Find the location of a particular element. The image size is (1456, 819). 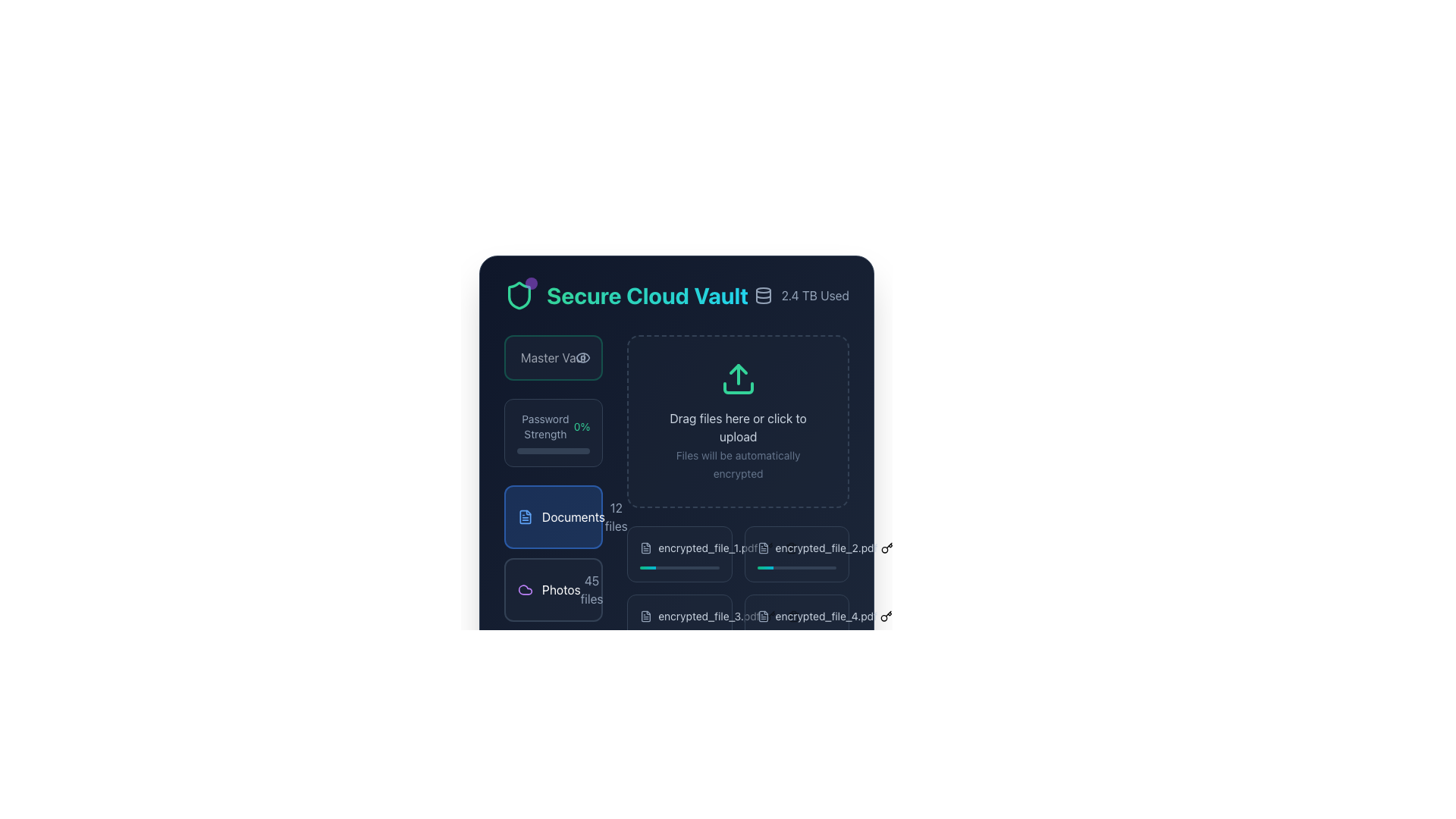

the label indicating storage usage in the cloud vault system, which is located to the right of the 'Secure Cloud Vault' label in the header area is located at coordinates (801, 295).